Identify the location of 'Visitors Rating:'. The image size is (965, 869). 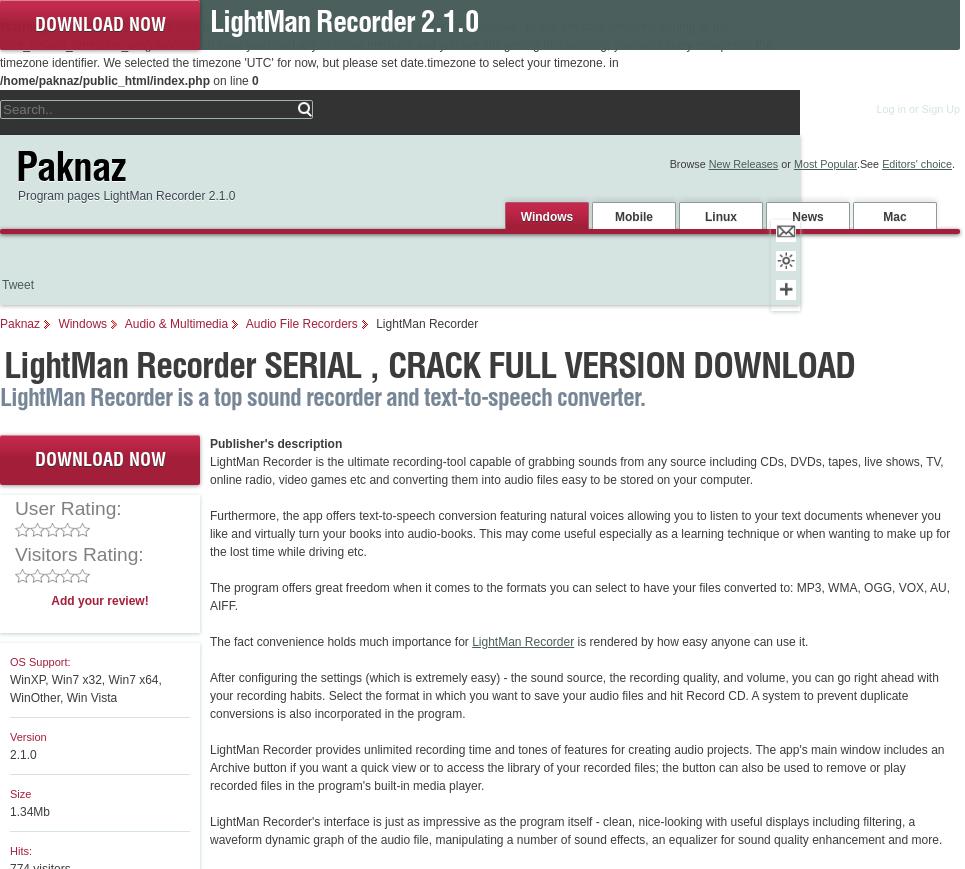
(78, 554).